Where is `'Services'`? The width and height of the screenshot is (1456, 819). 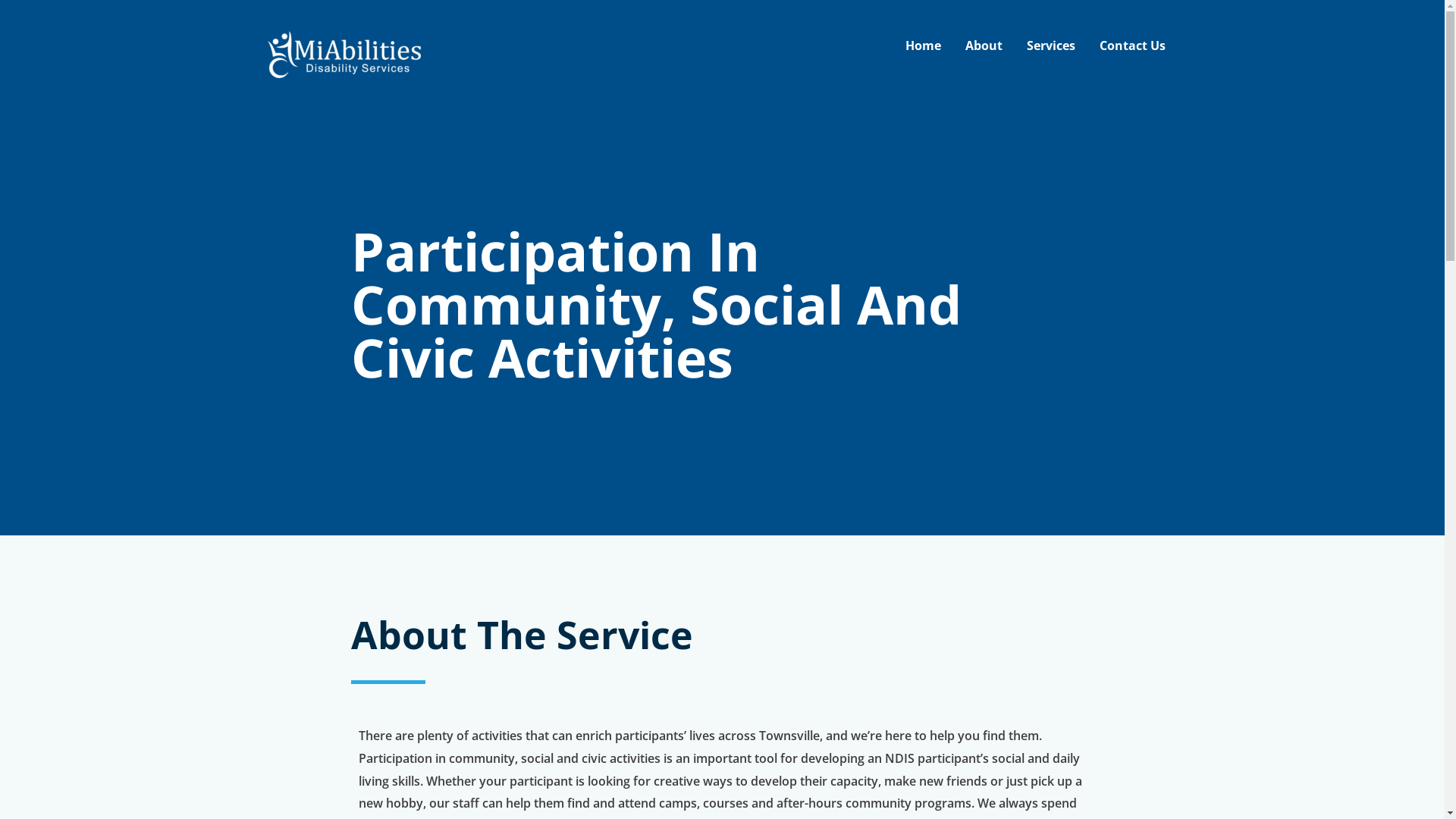
'Services' is located at coordinates (1050, 45).